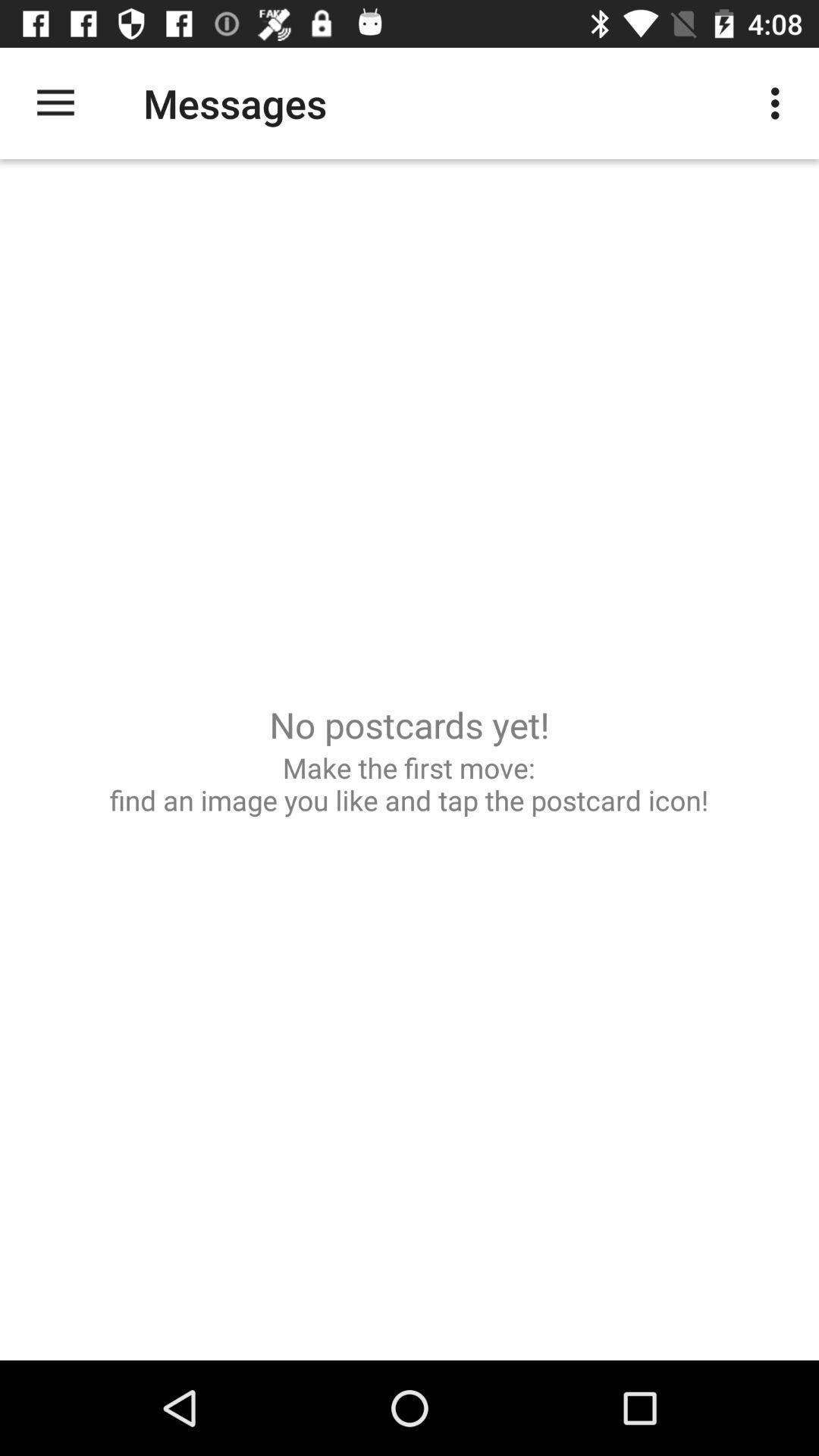 Image resolution: width=819 pixels, height=1456 pixels. I want to click on the item at the top right corner, so click(779, 102).